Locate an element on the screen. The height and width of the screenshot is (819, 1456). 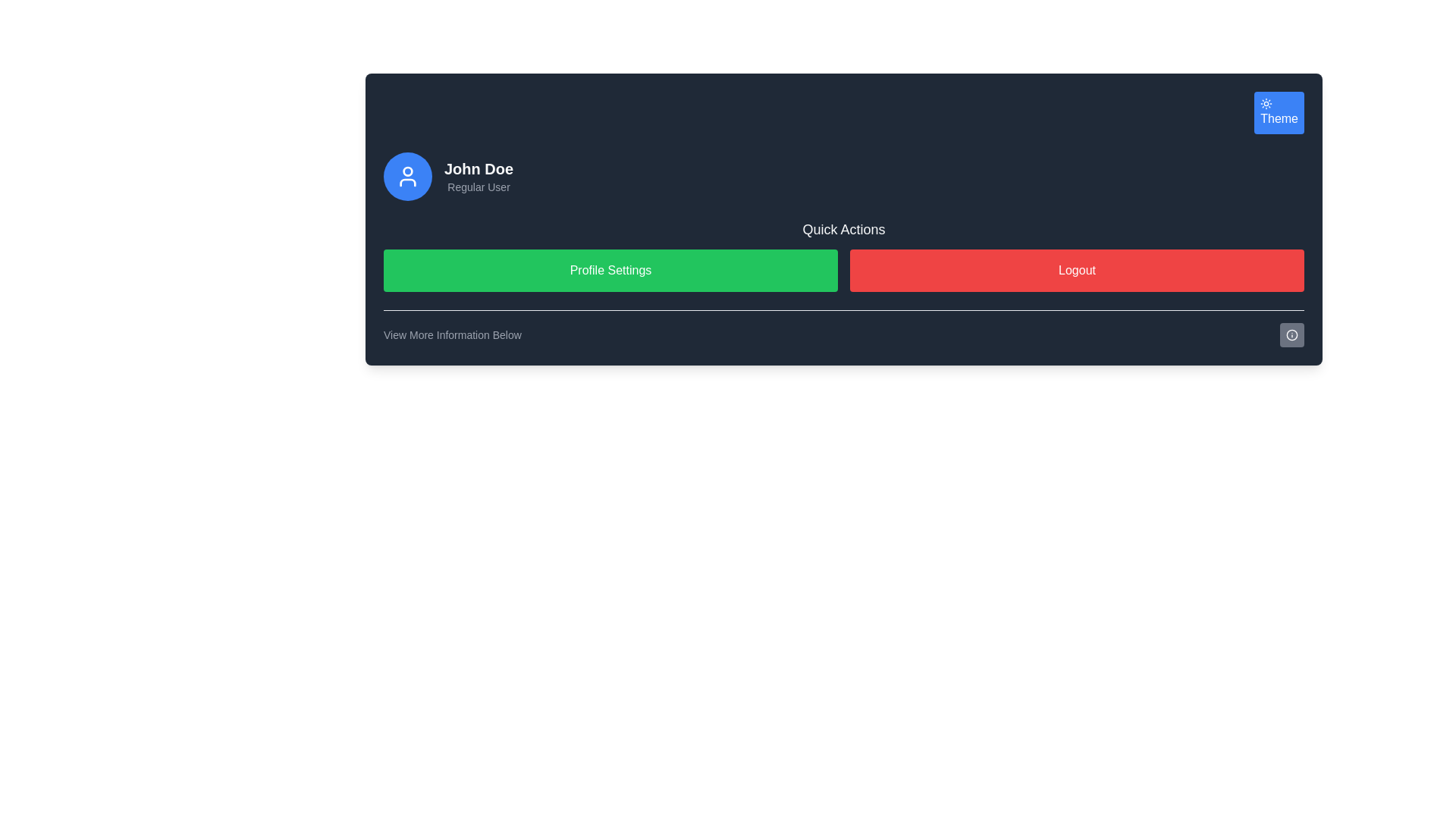
text from the header label located horizontally centered above the 'Profile Settings' and 'Logout' buttons is located at coordinates (843, 230).